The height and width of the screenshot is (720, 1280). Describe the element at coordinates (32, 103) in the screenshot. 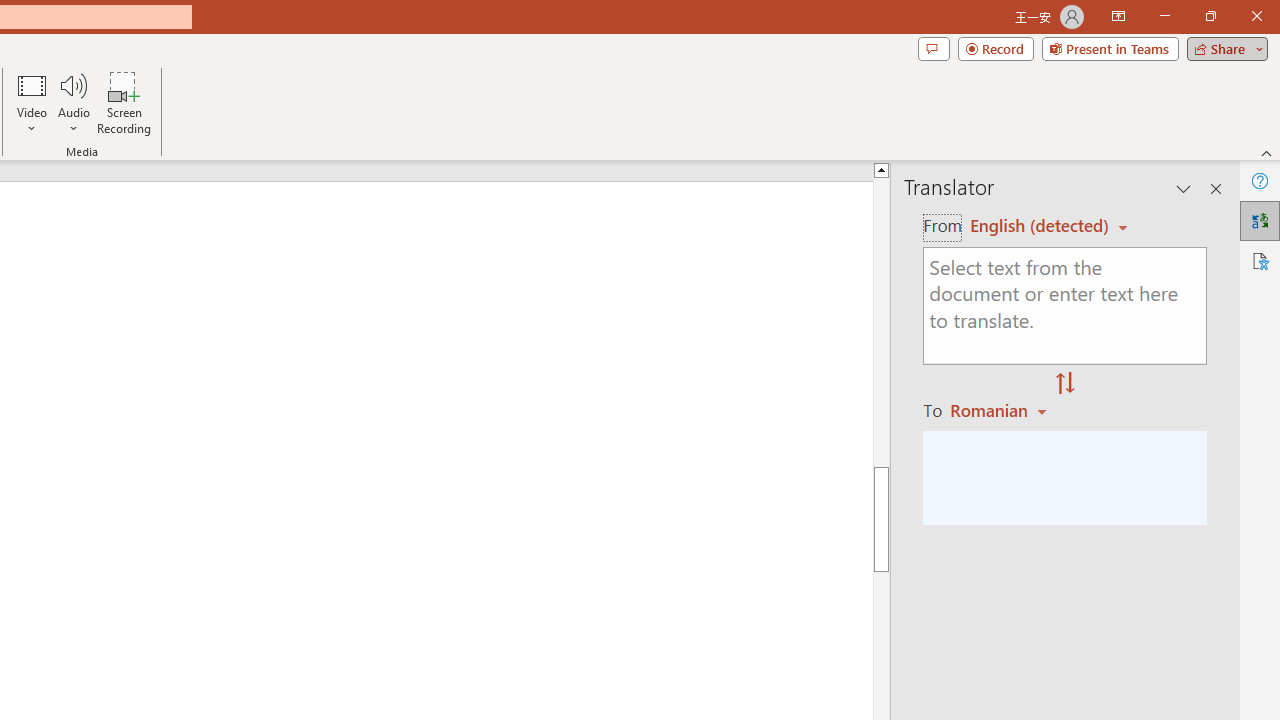

I see `'Video'` at that location.